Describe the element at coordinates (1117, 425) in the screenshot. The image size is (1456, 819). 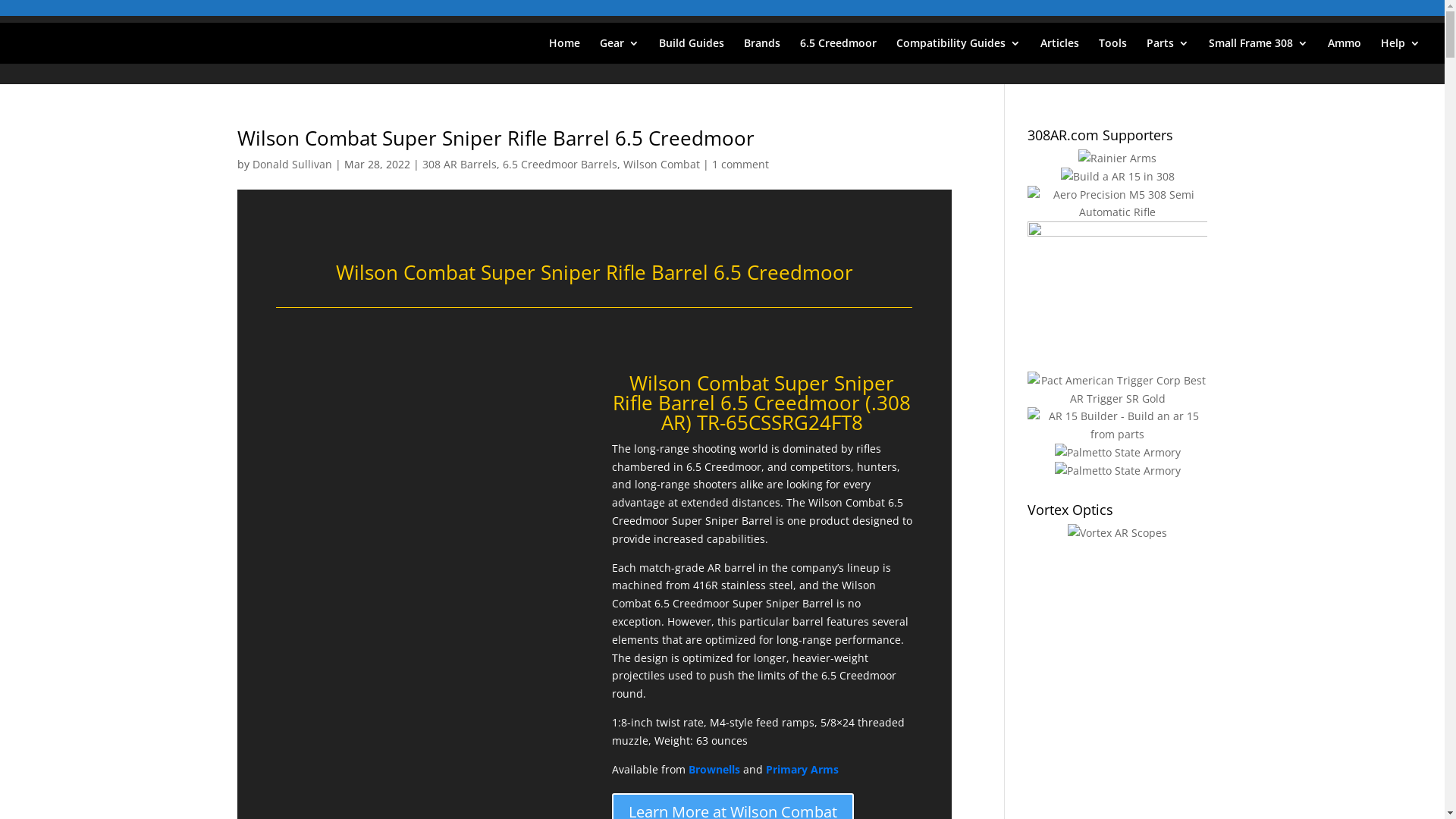
I see `'ar15 builder'` at that location.